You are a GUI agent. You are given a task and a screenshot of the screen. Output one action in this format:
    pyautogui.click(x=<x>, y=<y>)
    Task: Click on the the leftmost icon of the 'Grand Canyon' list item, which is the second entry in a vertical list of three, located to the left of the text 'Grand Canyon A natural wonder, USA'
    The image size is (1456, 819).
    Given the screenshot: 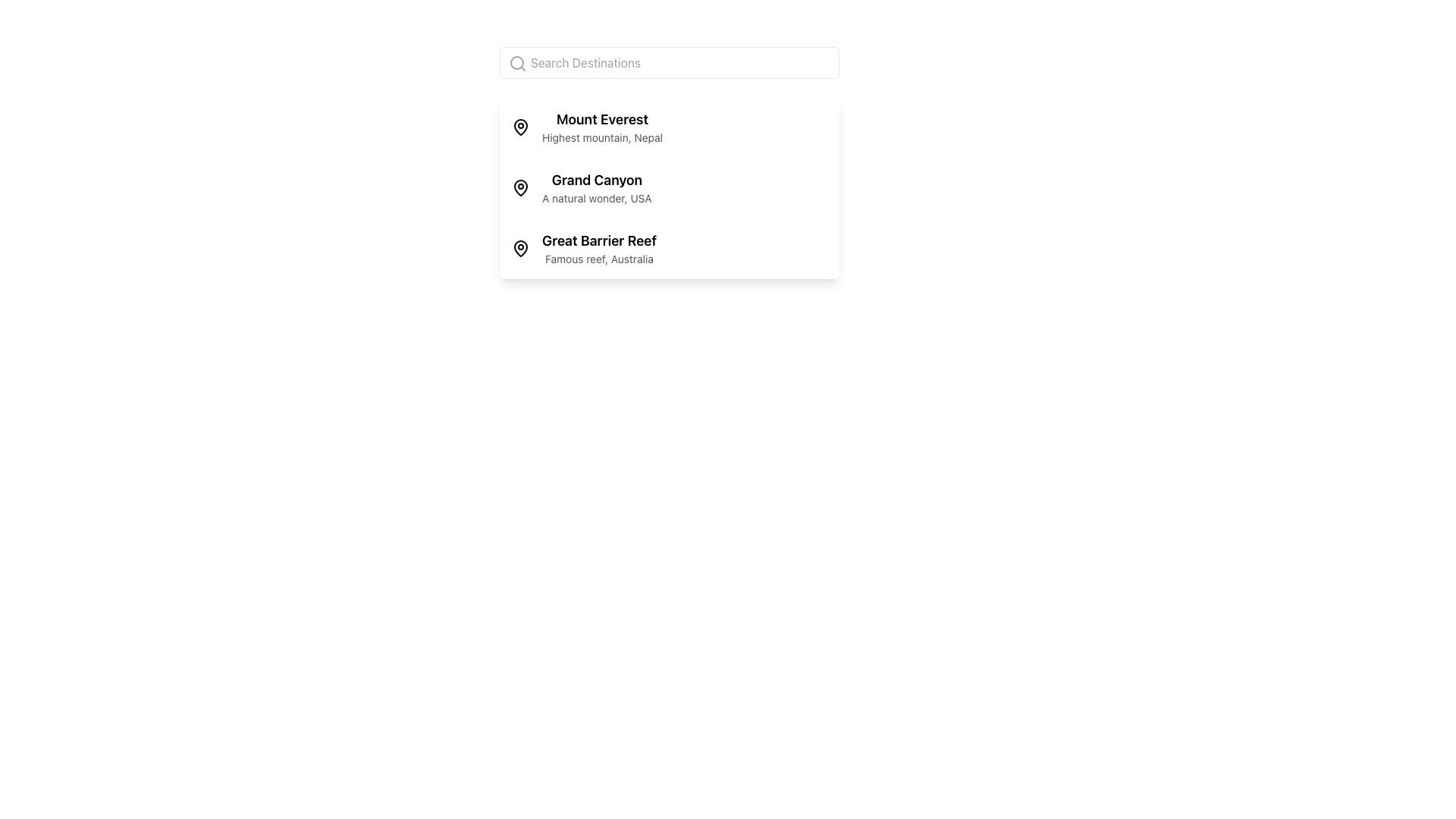 What is the action you would take?
    pyautogui.click(x=520, y=187)
    